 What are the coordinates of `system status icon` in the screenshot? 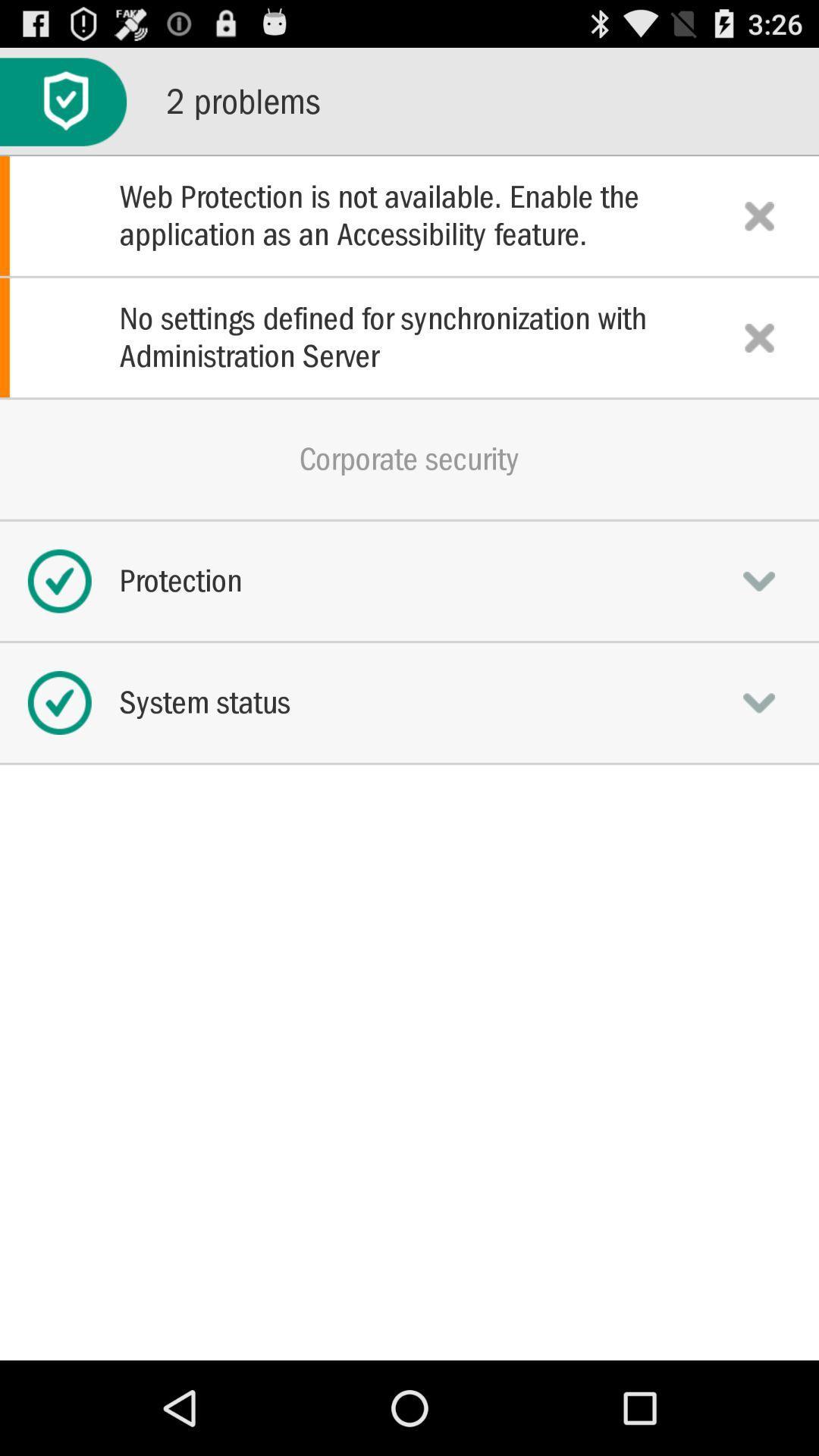 It's located at (409, 701).